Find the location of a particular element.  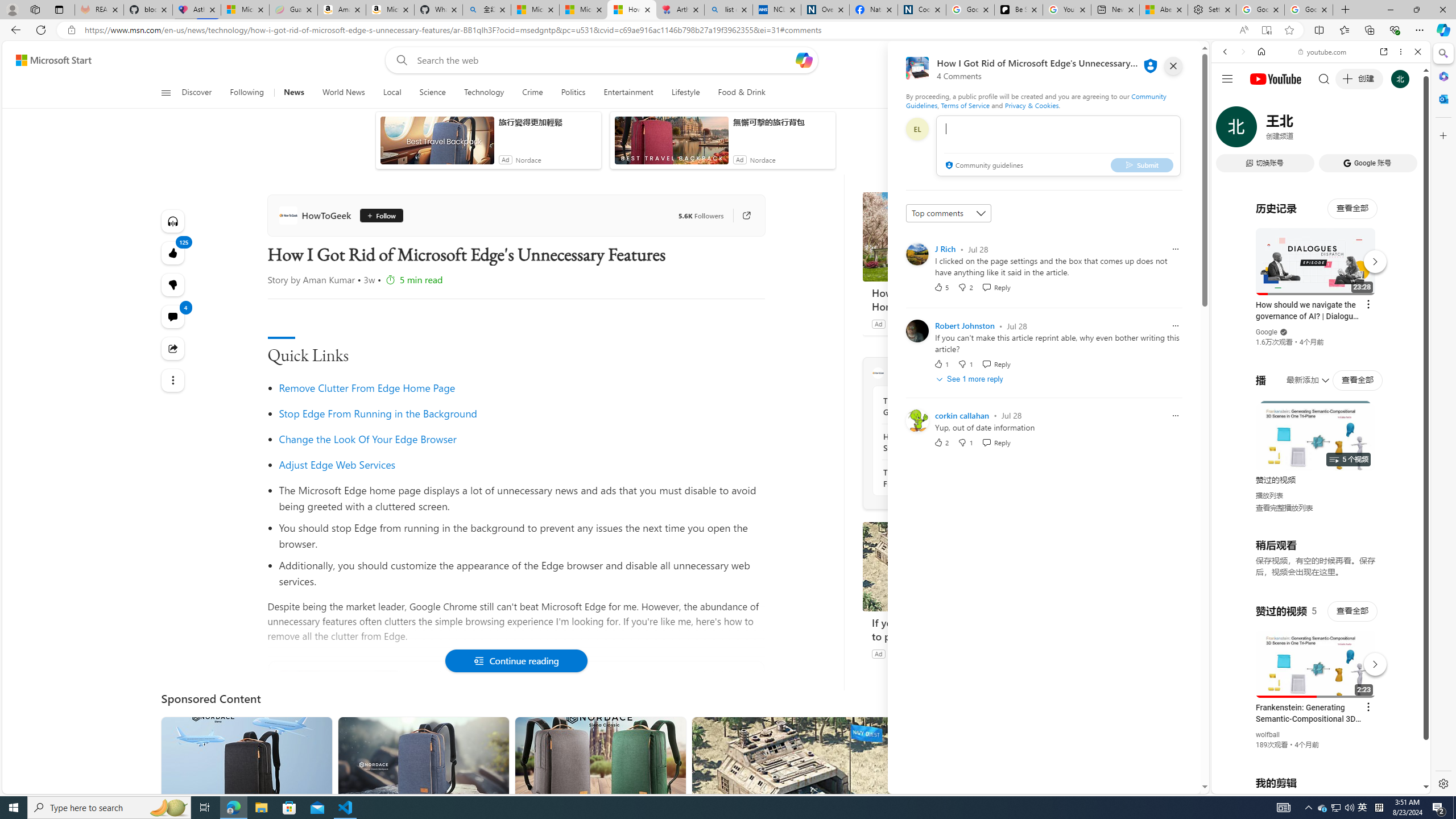

'Adjust Edge Web Services' is located at coordinates (336, 464).